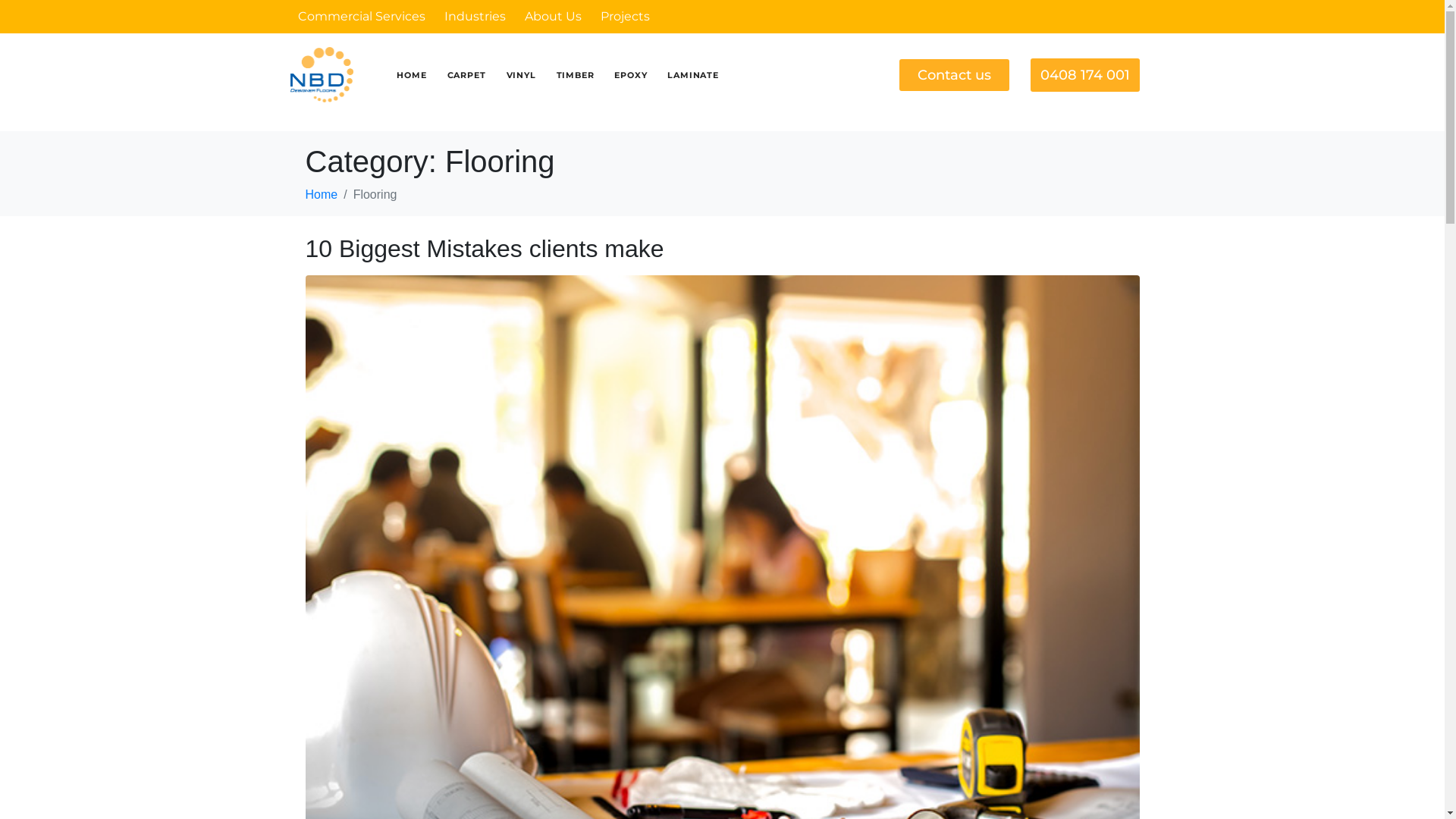 This screenshot has height=819, width=1456. What do you see at coordinates (1084, 74) in the screenshot?
I see `'0408 174 001'` at bounding box center [1084, 74].